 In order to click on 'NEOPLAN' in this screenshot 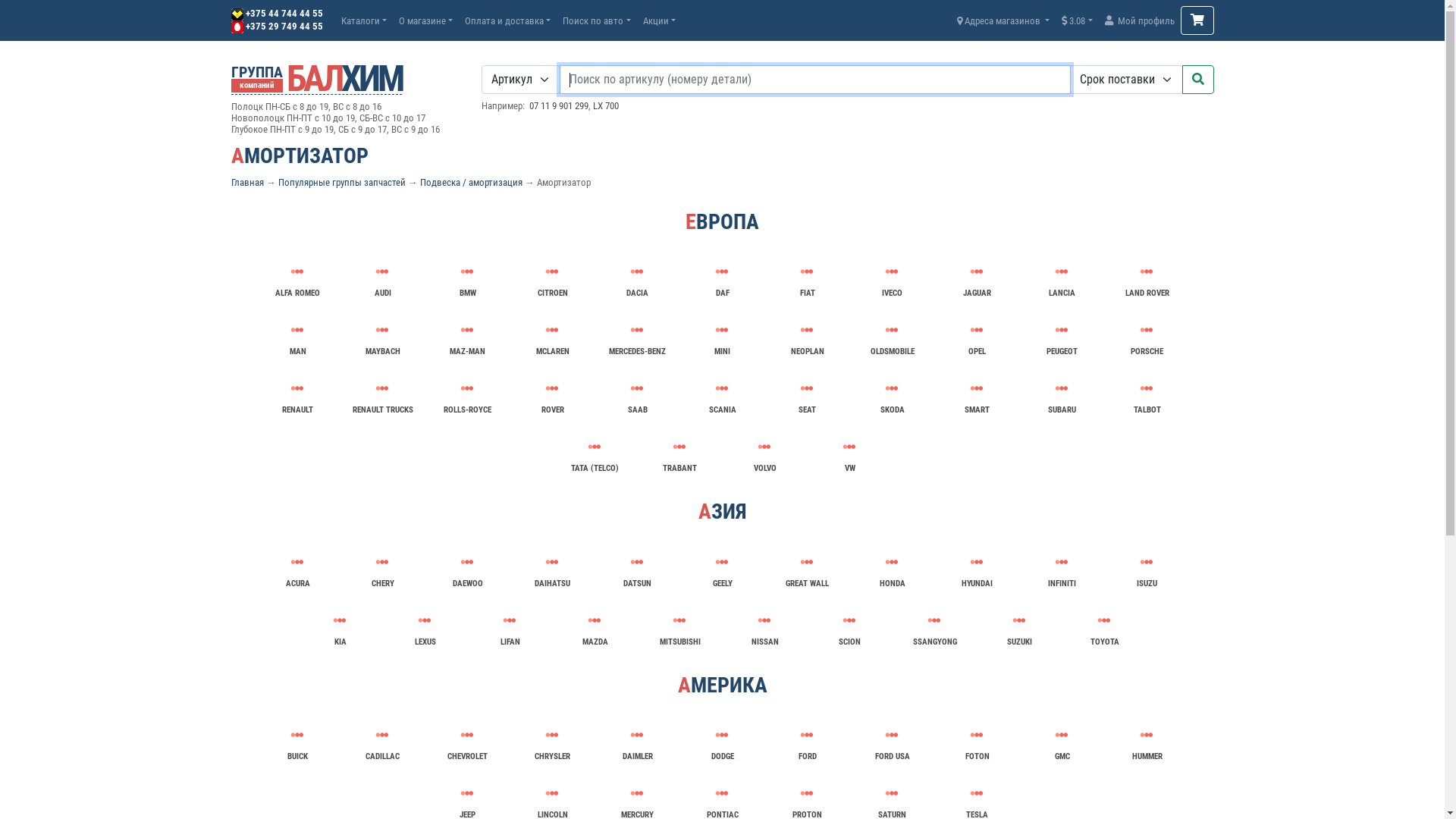, I will do `click(806, 329)`.